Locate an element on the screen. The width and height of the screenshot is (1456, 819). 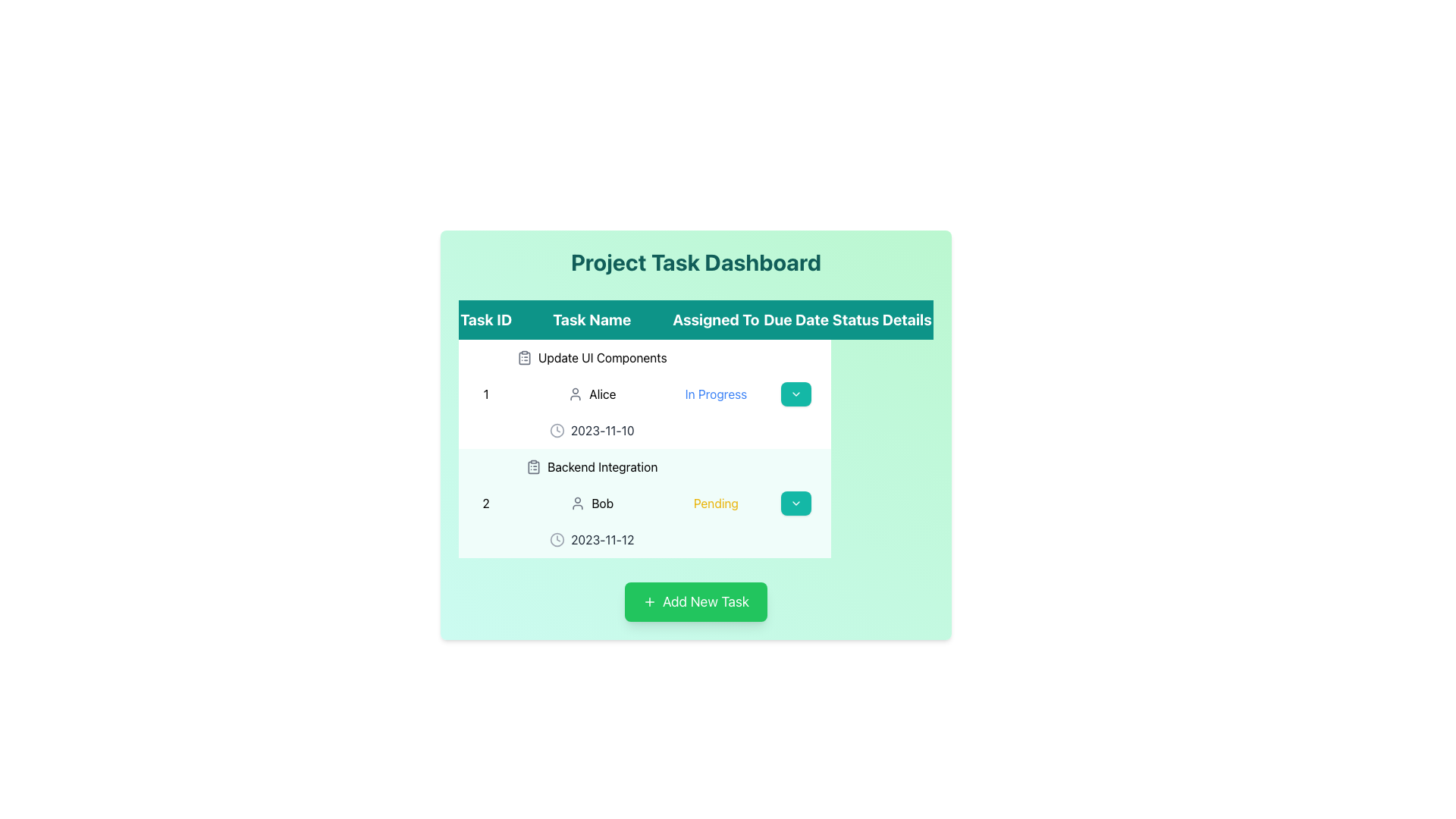
the button in the second row of the task table under the 'Details' column is located at coordinates (795, 503).